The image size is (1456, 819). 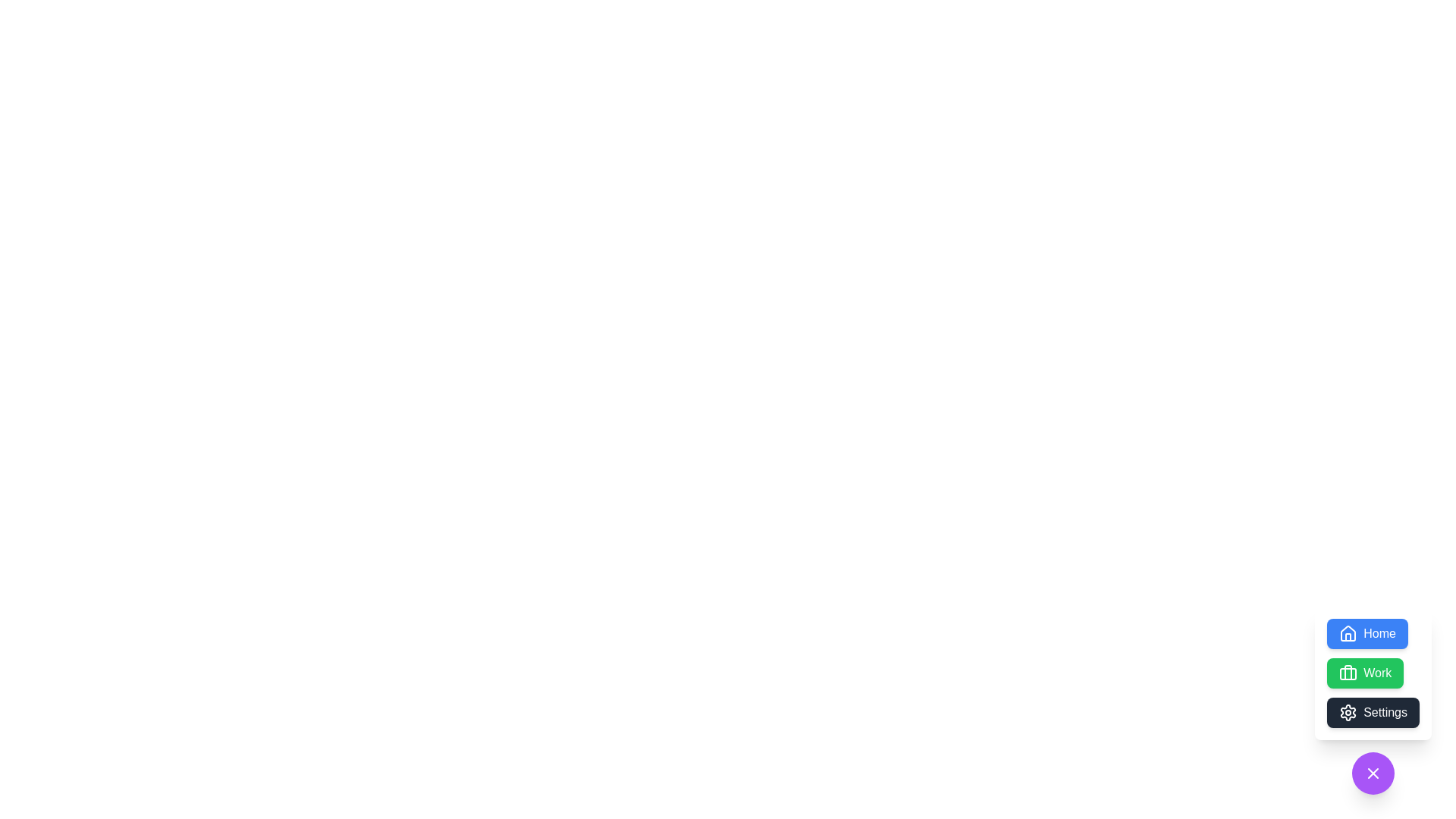 I want to click on the left vertical line part of the briefcase handle within the 'Work' button, which visually indicates a professional context, so click(x=1348, y=672).